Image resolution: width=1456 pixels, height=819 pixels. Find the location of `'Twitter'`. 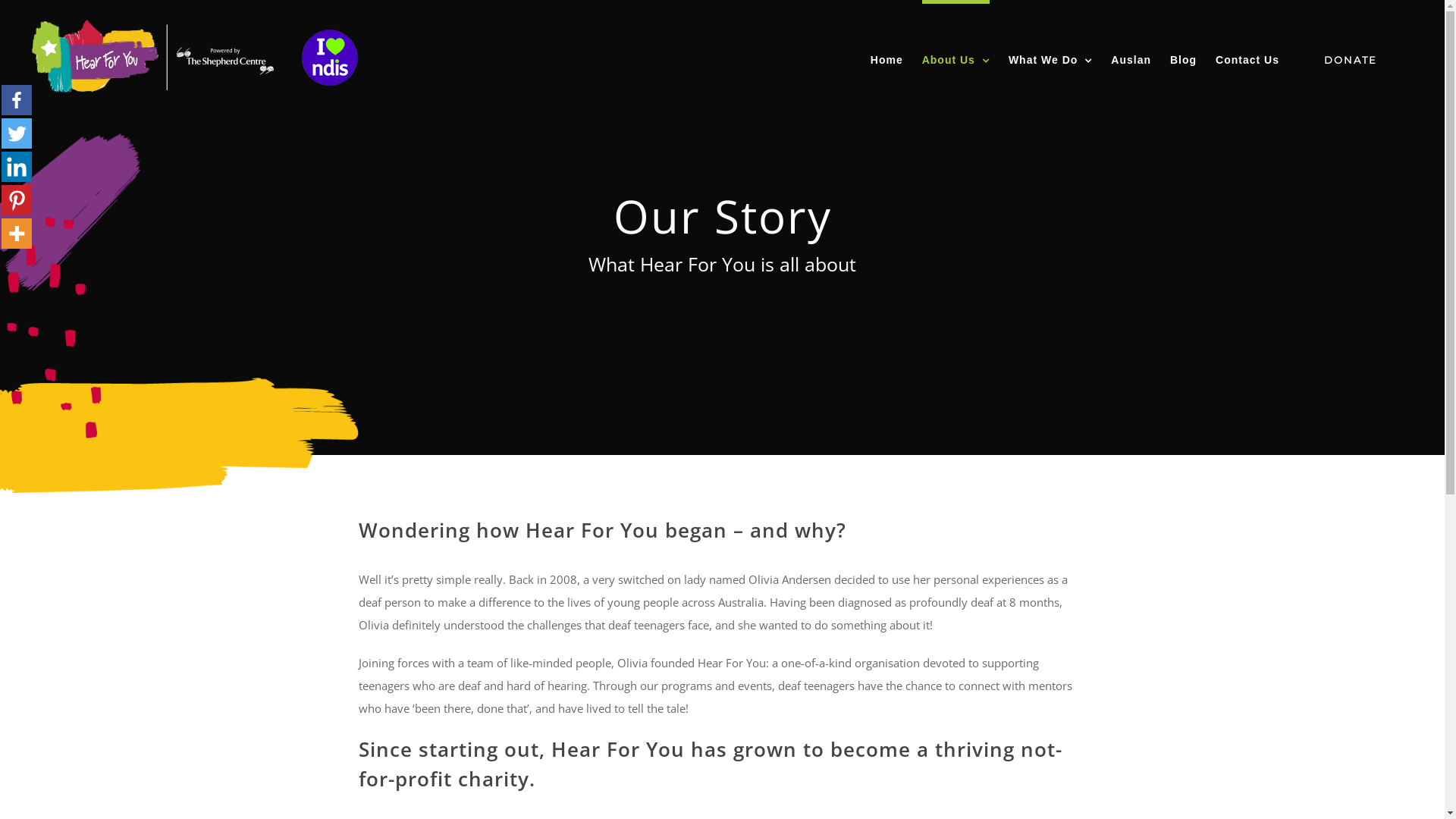

'Twitter' is located at coordinates (17, 133).